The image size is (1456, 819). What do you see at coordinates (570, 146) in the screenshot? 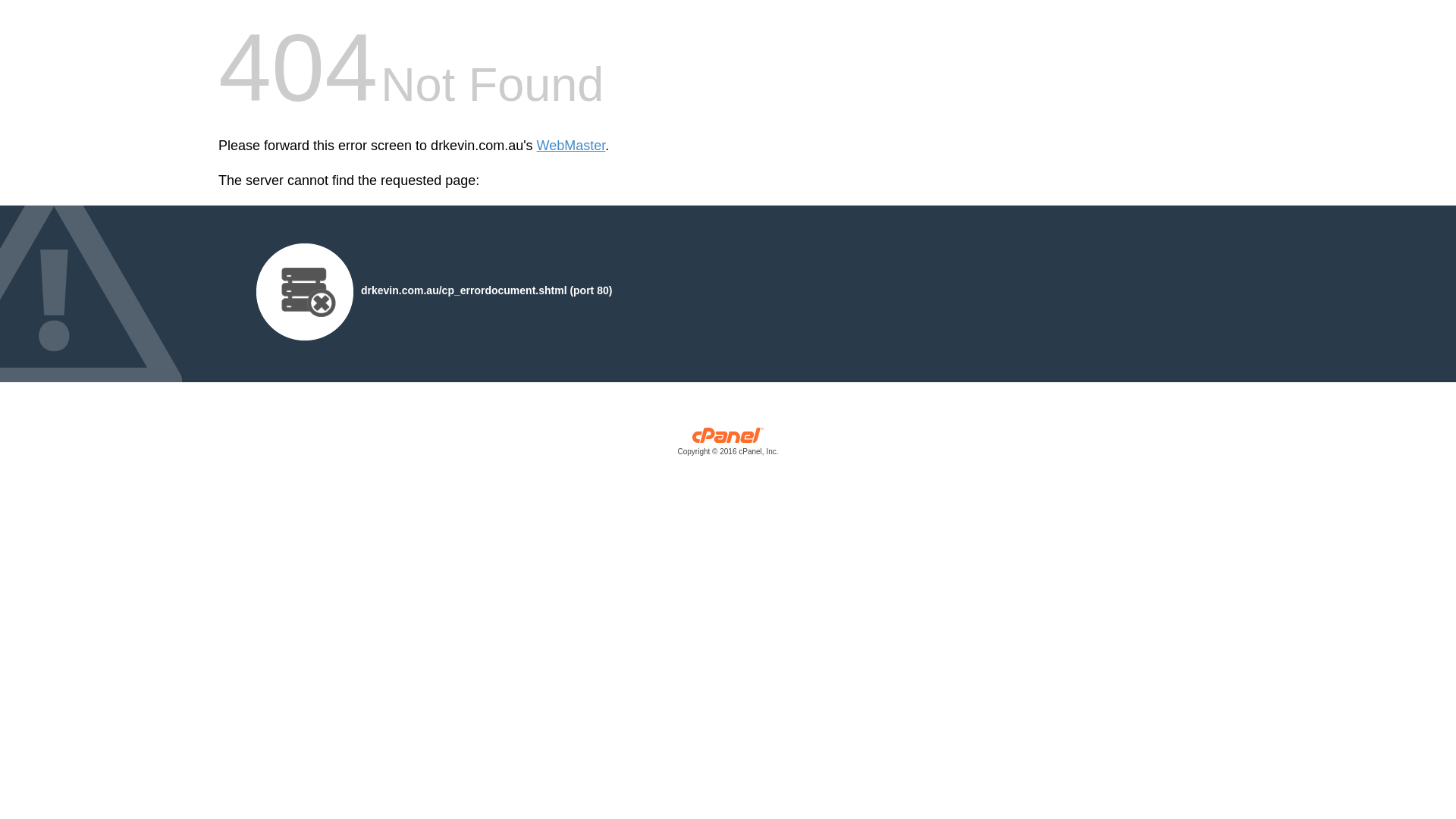
I see `'WebMaster'` at bounding box center [570, 146].